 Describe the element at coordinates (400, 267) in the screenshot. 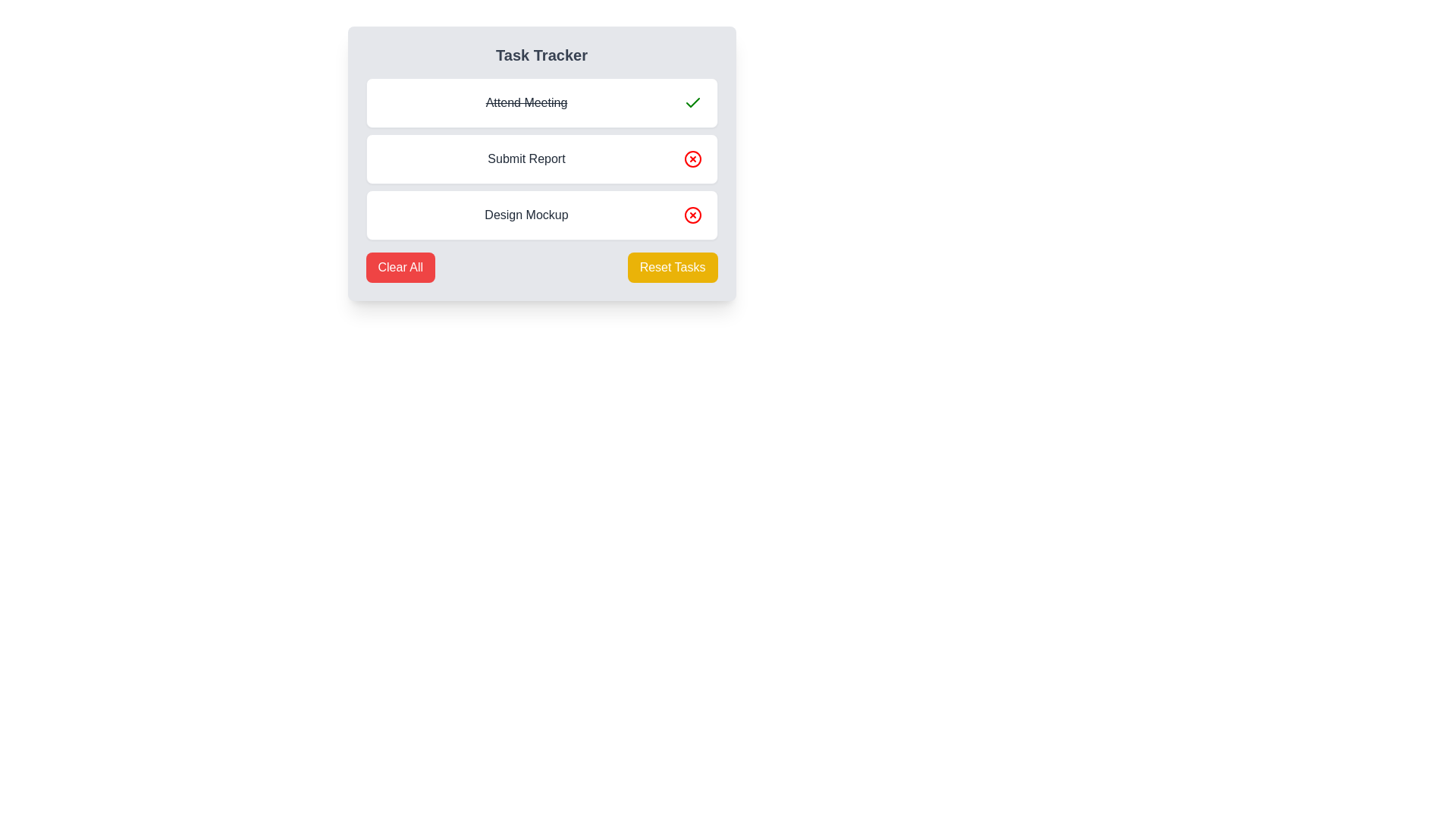

I see `the 'Clear All' button, which has a red background and white text, to change its background color` at that location.